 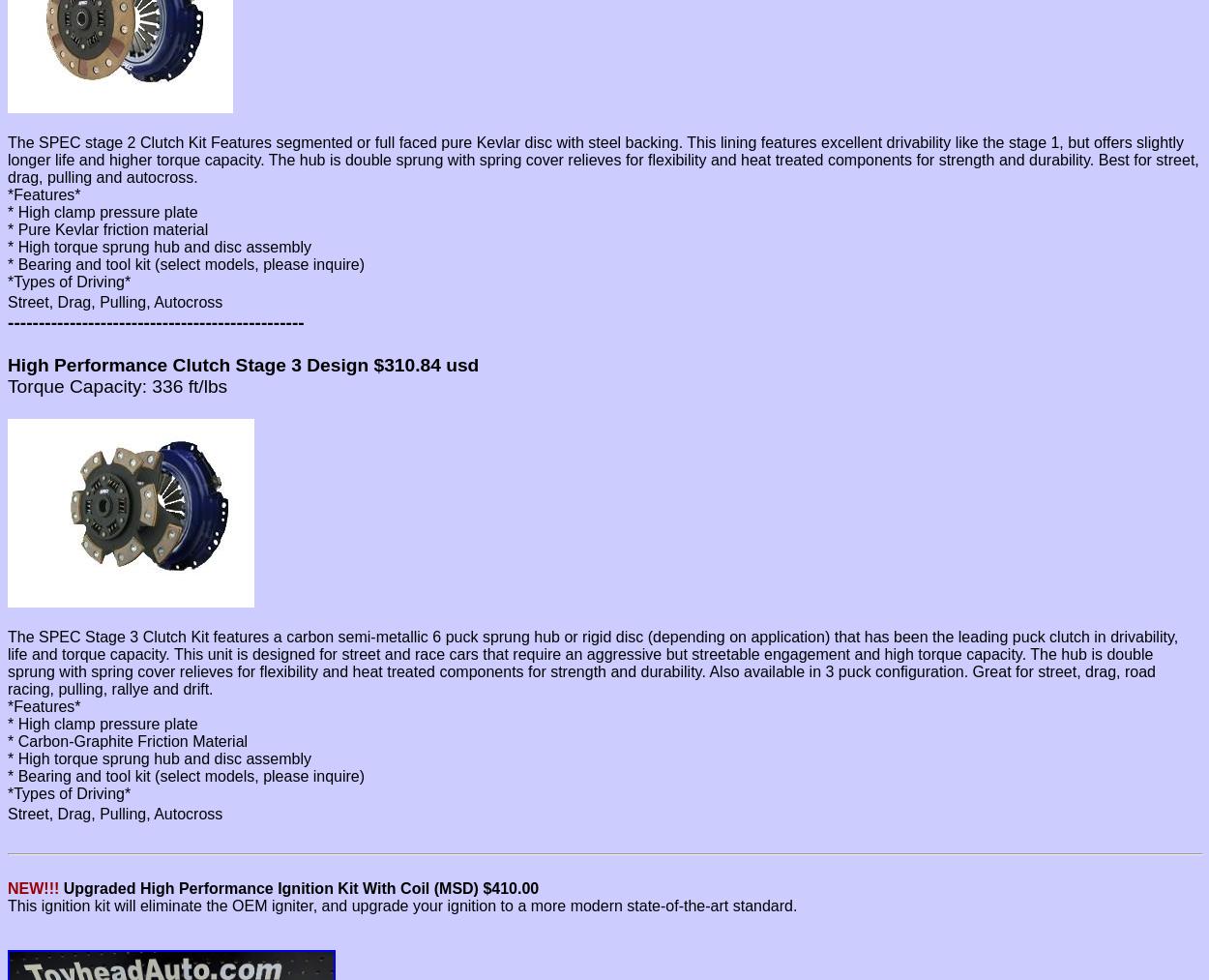 What do you see at coordinates (8, 906) in the screenshot?
I see `'This ignition
                          kit will eliminate the OEM igniter, and
                          upgrade your ignition to a more modern
                          state-of-the-art standard.'` at bounding box center [8, 906].